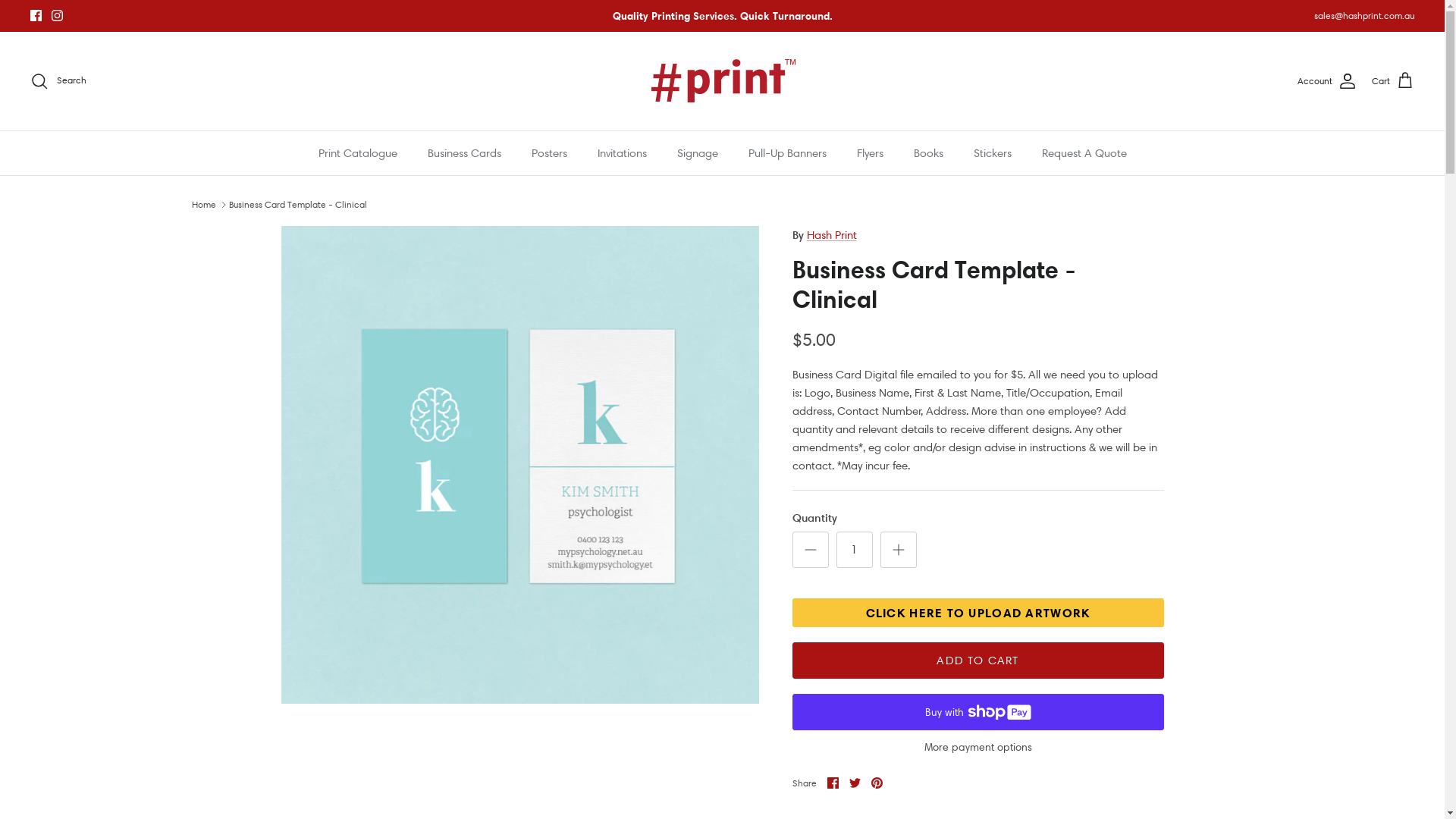 Image resolution: width=1456 pixels, height=819 pixels. What do you see at coordinates (993, 153) in the screenshot?
I see `'Stickers'` at bounding box center [993, 153].